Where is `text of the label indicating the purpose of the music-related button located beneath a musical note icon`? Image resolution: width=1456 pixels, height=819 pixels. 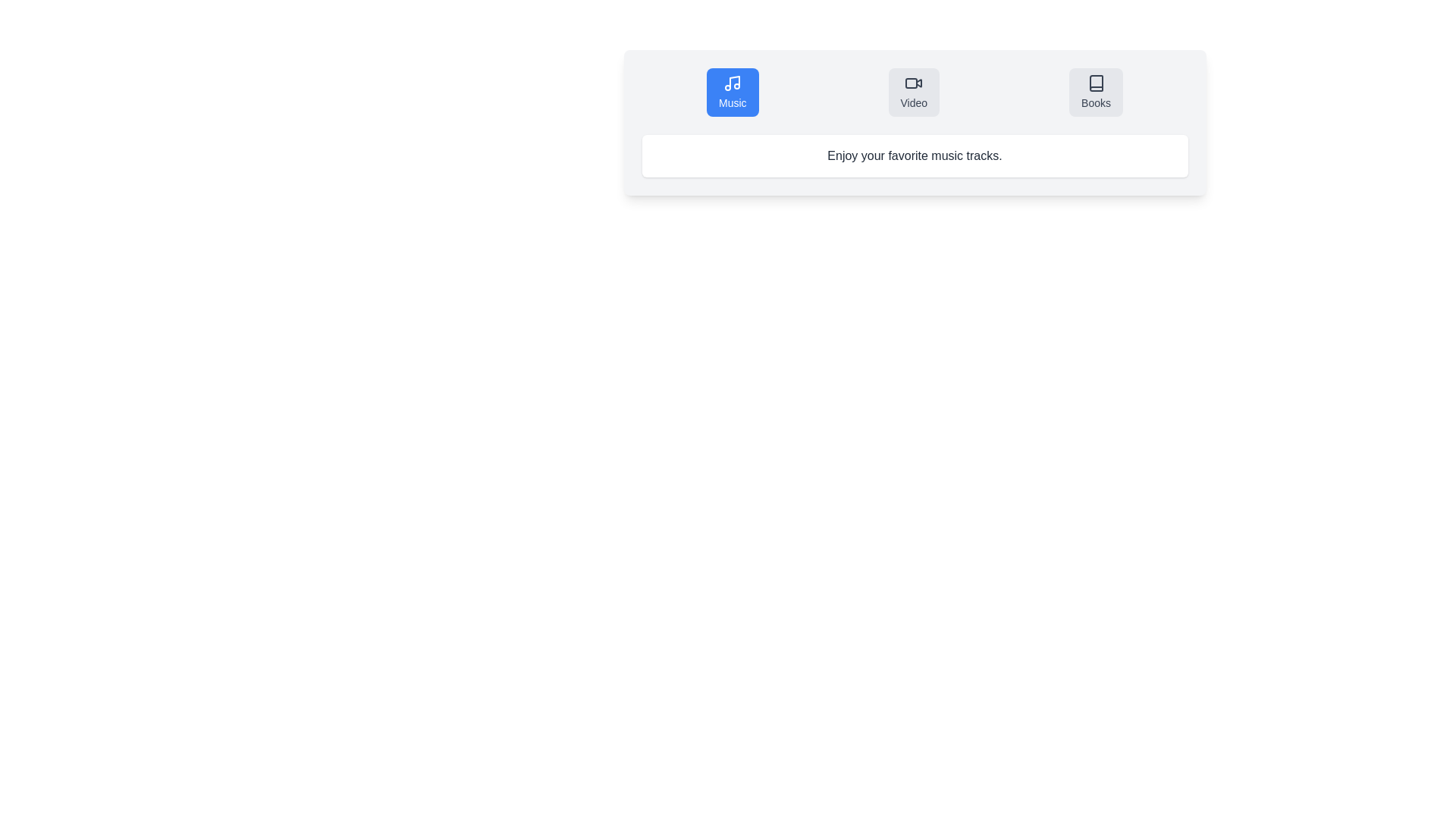
text of the label indicating the purpose of the music-related button located beneath a musical note icon is located at coordinates (733, 102).